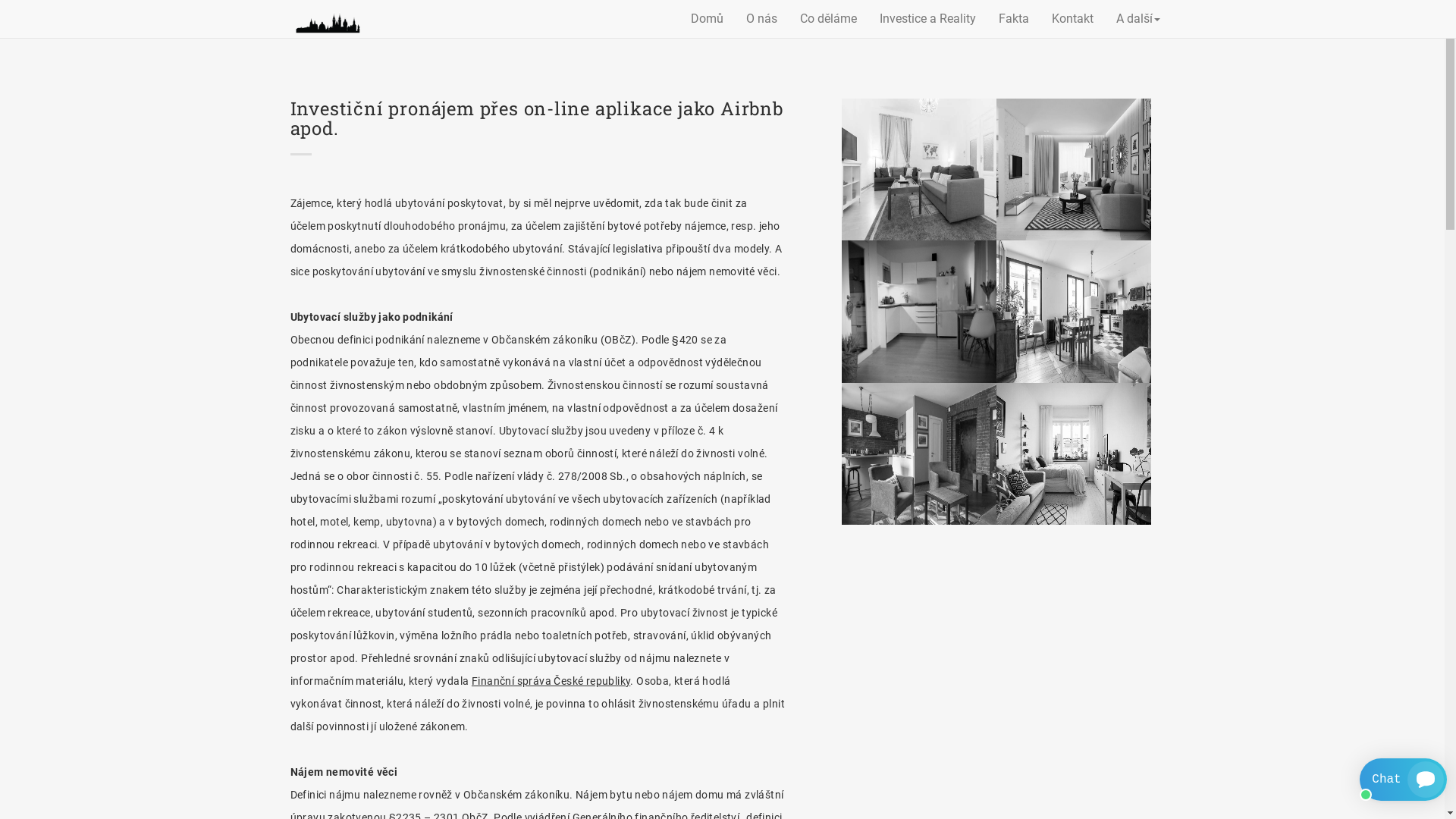 This screenshot has height=819, width=1456. I want to click on 'Smartsupp widget button', so click(1402, 780).